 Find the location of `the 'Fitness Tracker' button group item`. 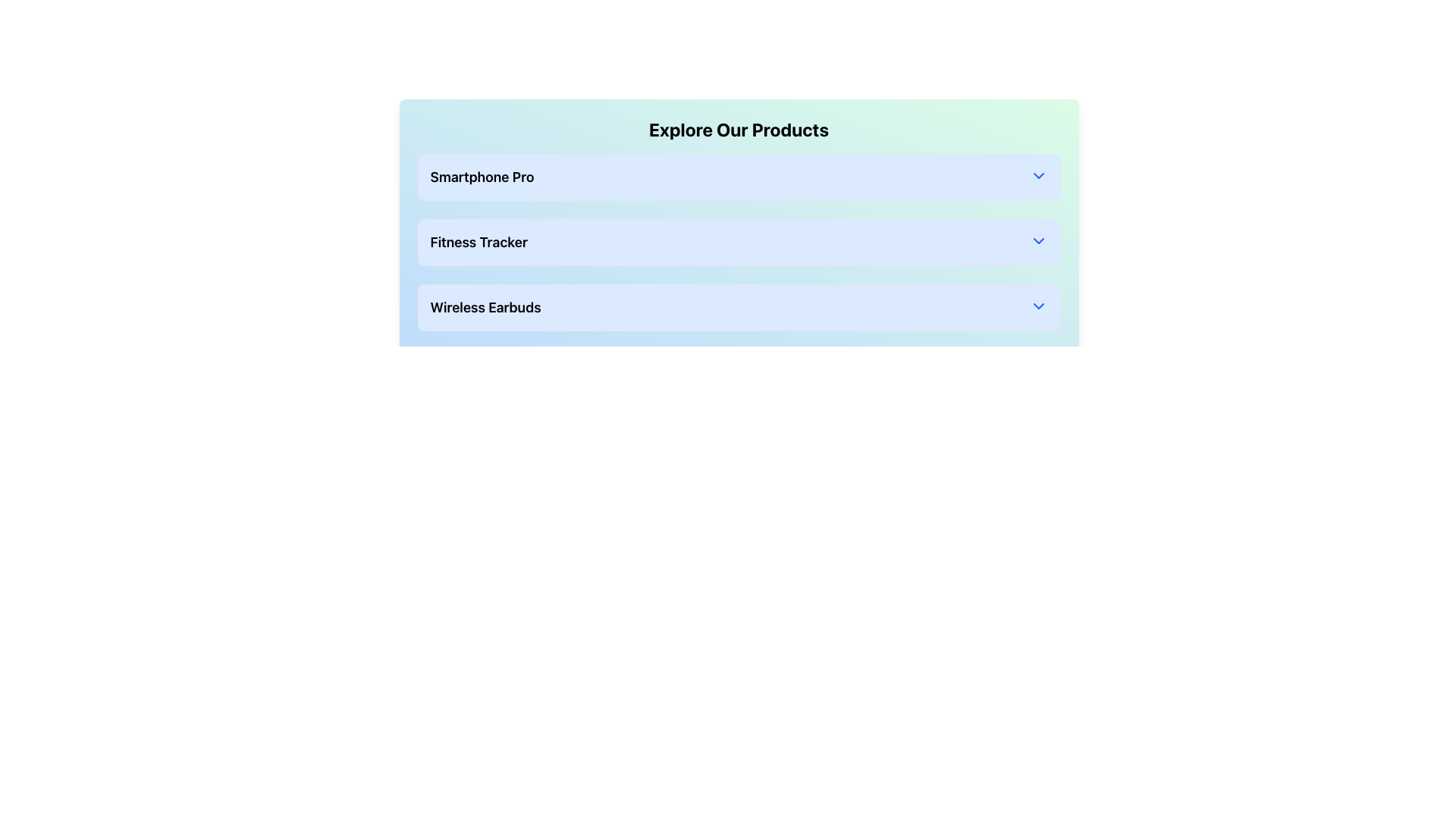

the 'Fitness Tracker' button group item is located at coordinates (739, 234).